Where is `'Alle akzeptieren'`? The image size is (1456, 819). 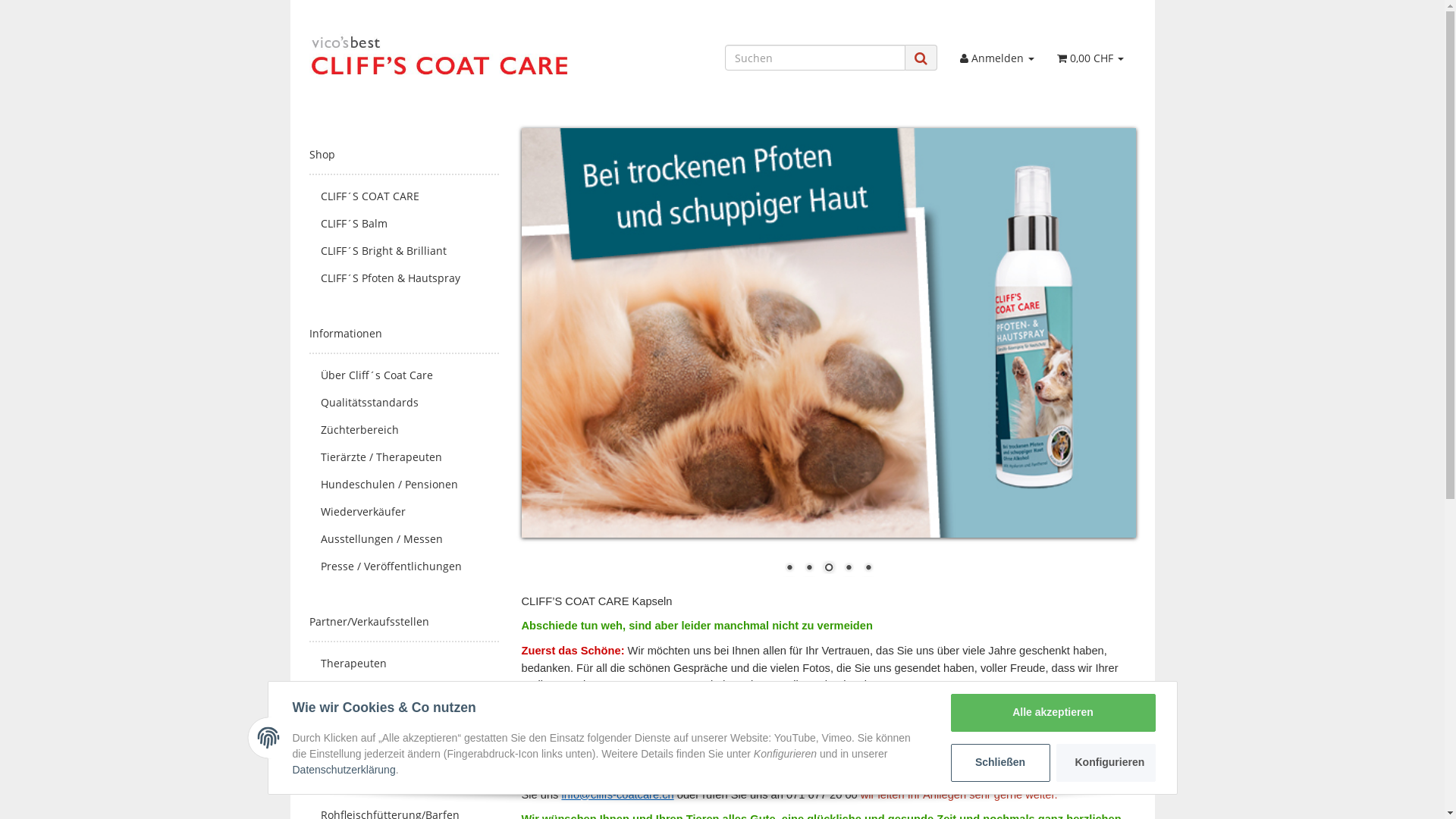
'Alle akzeptieren' is located at coordinates (949, 713).